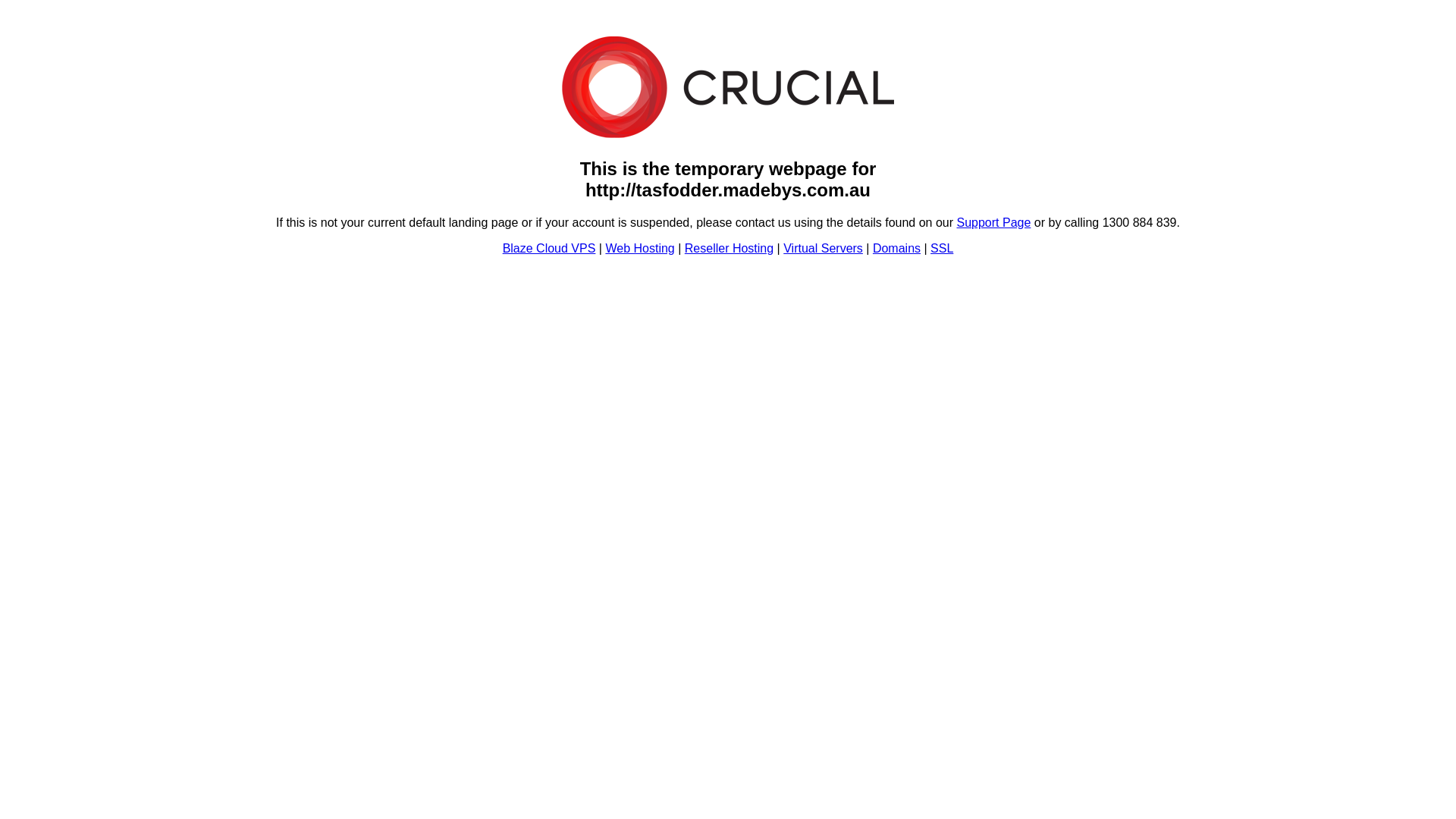 The height and width of the screenshot is (819, 1456). What do you see at coordinates (956, 222) in the screenshot?
I see `'Support Page'` at bounding box center [956, 222].